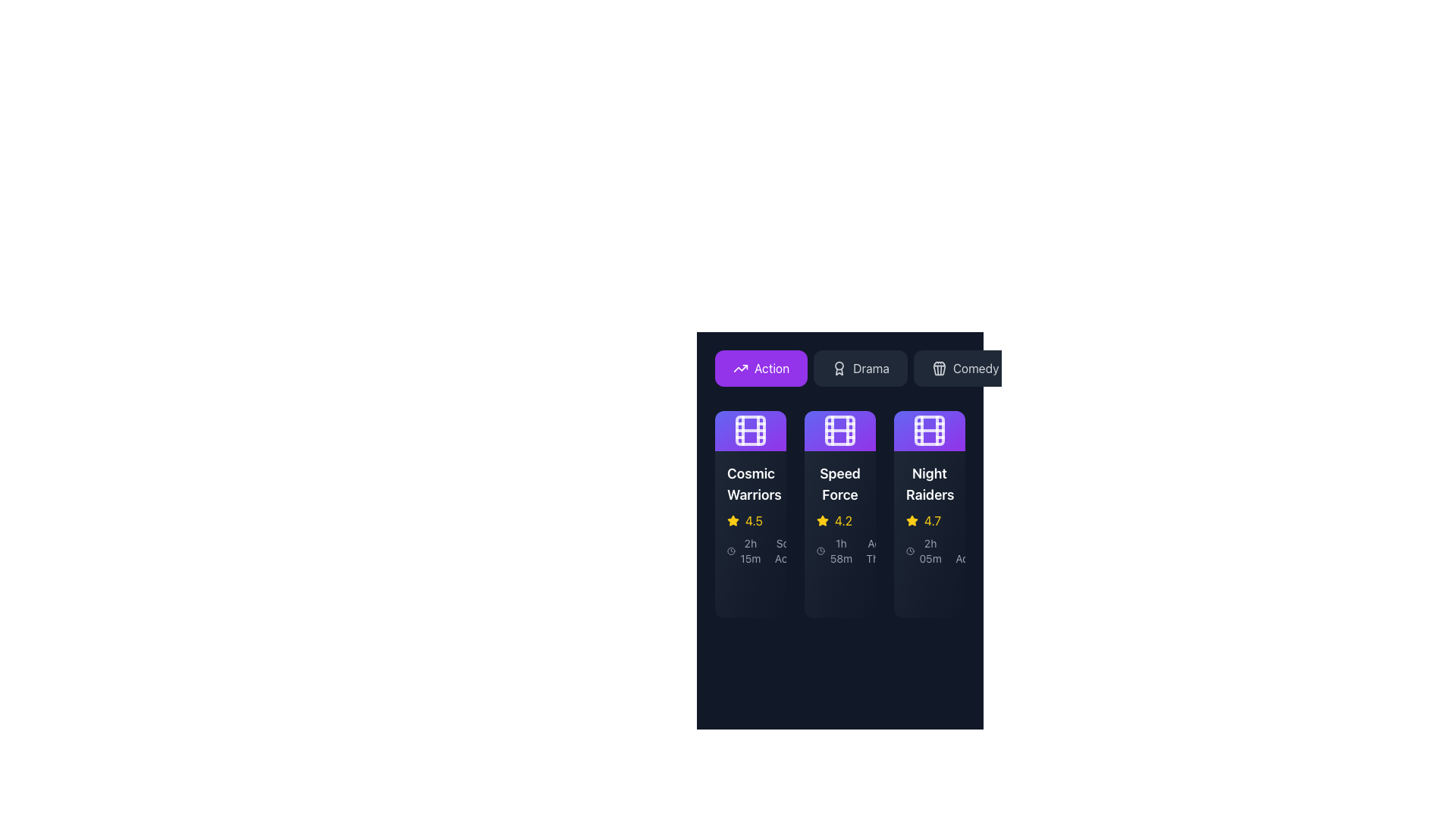 This screenshot has height=819, width=1456. What do you see at coordinates (840, 551) in the screenshot?
I see `the static text label that displays the duration of the associated media content, located in the second card below the rating section and beside a clock icon` at bounding box center [840, 551].